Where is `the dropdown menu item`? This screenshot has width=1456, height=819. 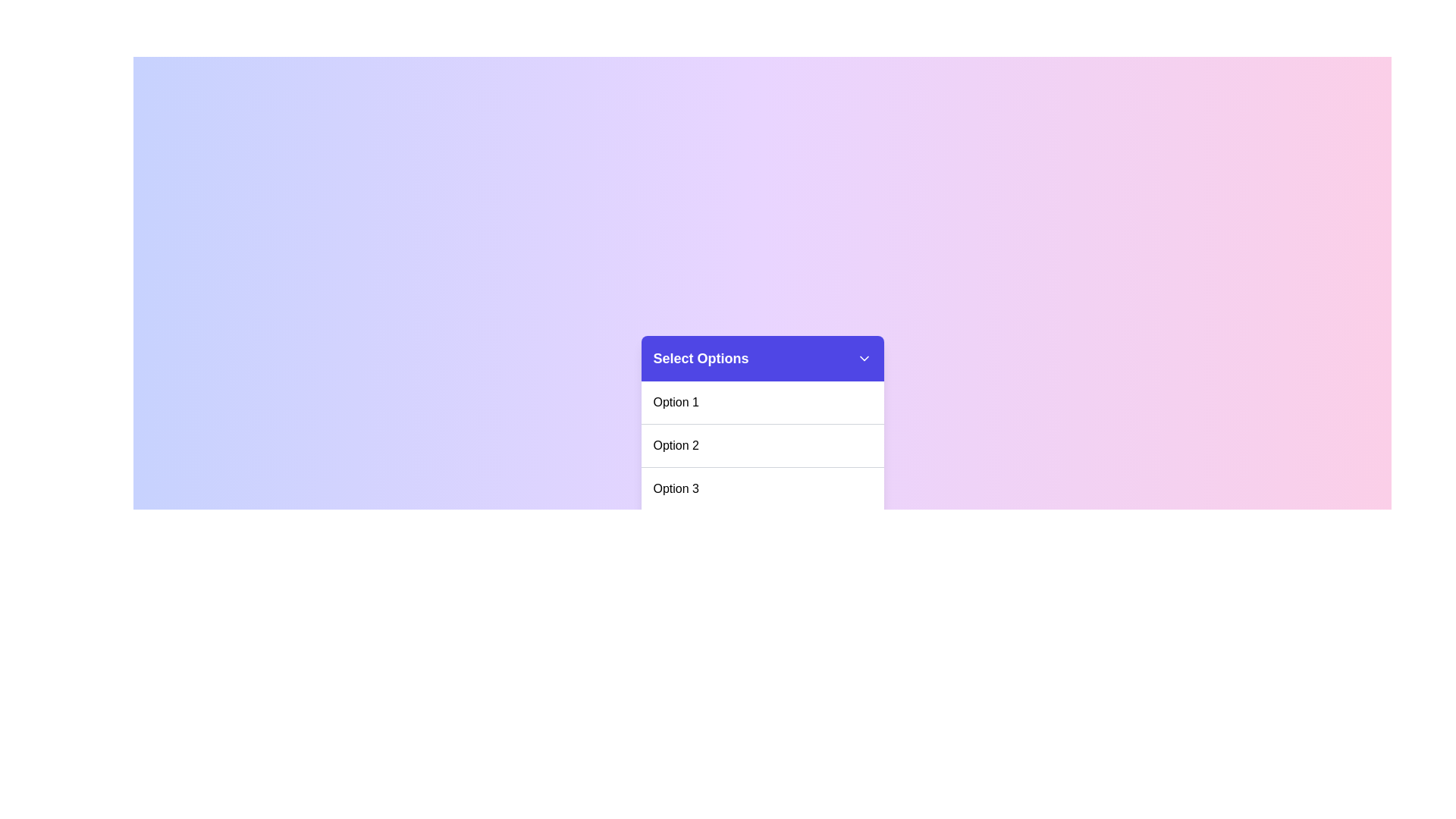 the dropdown menu item is located at coordinates (675, 444).